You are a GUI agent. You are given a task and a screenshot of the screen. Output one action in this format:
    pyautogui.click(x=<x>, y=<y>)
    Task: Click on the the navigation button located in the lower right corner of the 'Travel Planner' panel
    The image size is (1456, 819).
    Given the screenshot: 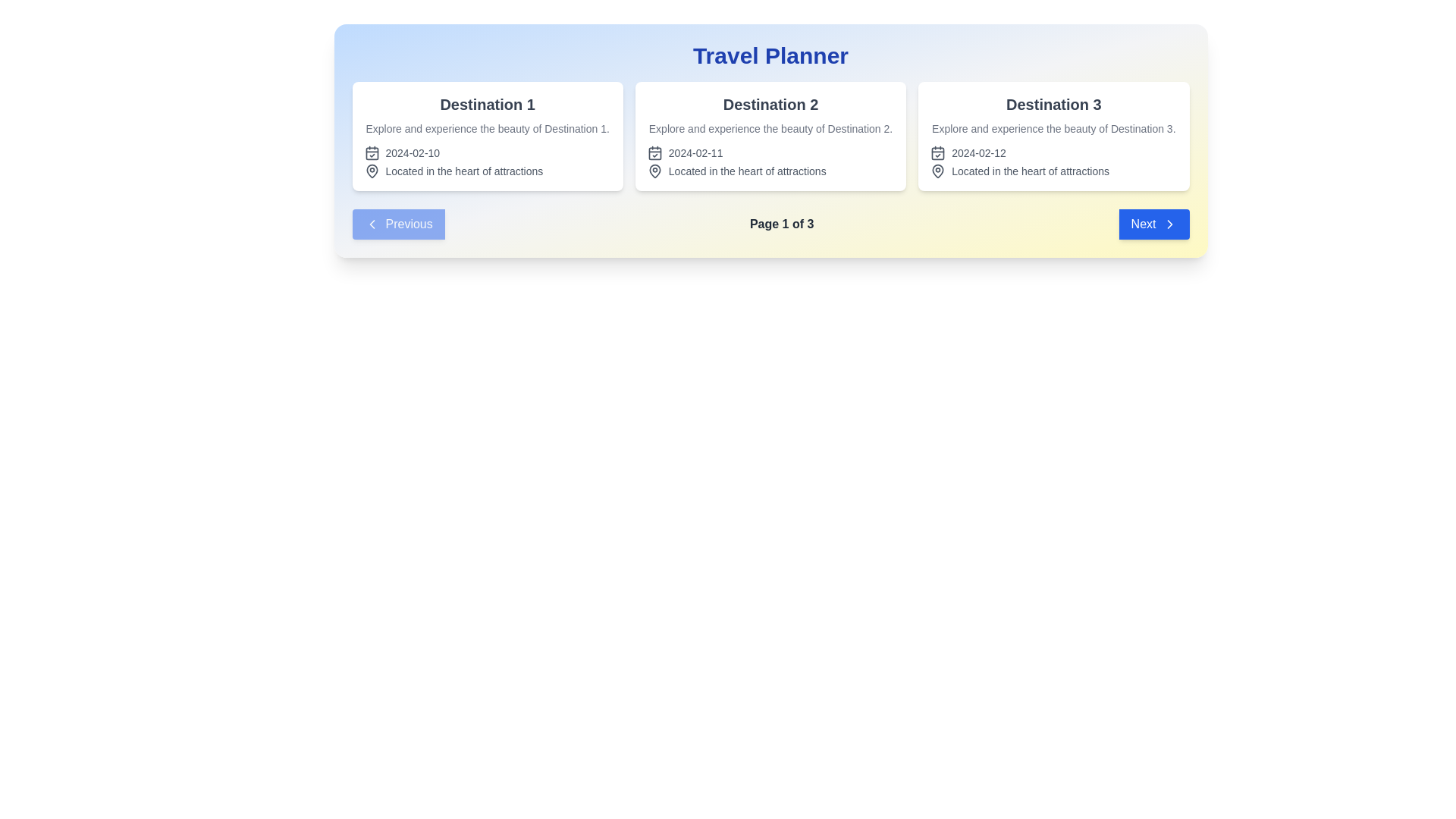 What is the action you would take?
    pyautogui.click(x=1153, y=224)
    